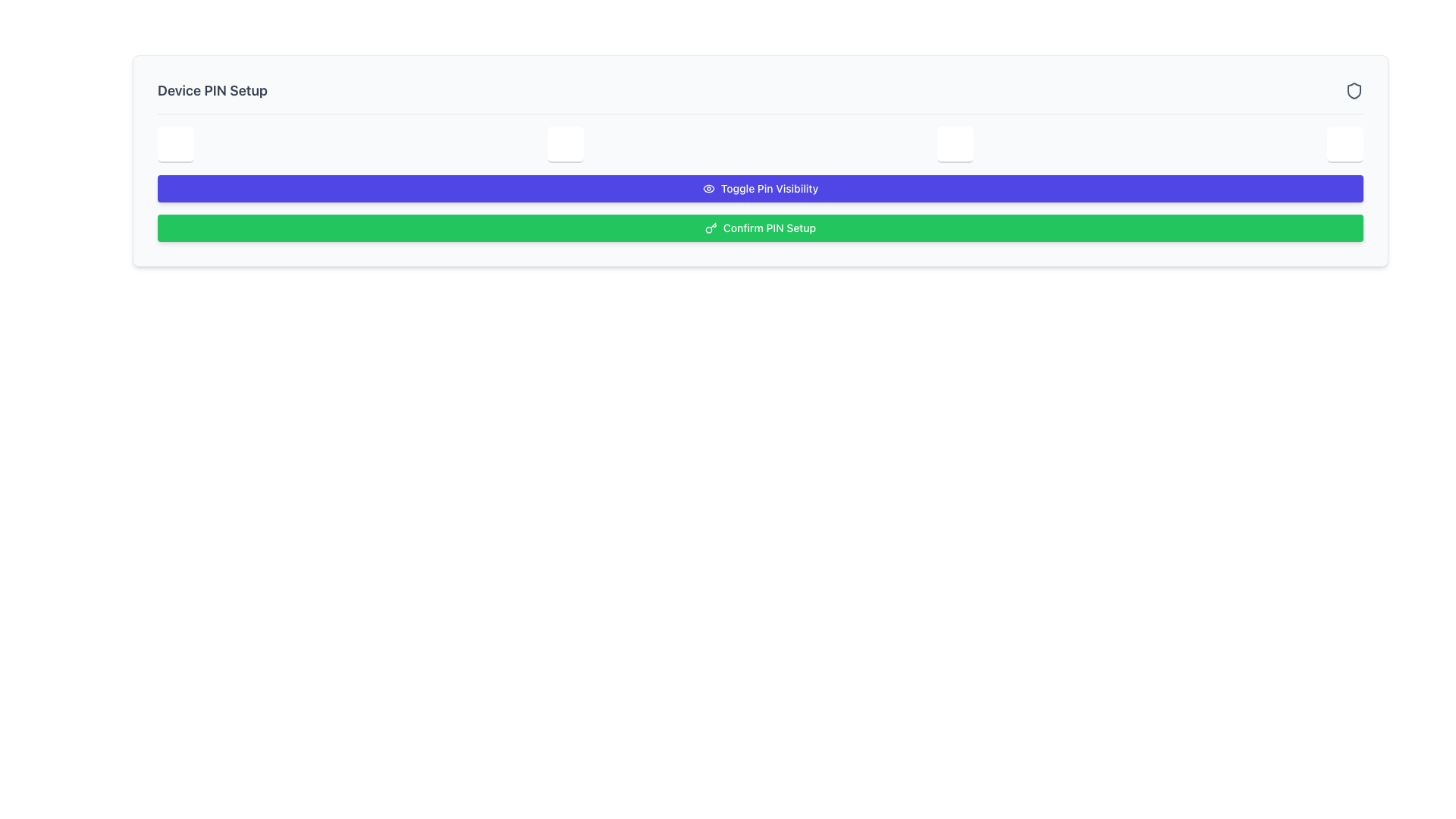 The image size is (1456, 819). Describe the element at coordinates (175, 145) in the screenshot. I see `the first password input field, which is a small square input with a white background and a thin gray border, to focus the input` at that location.